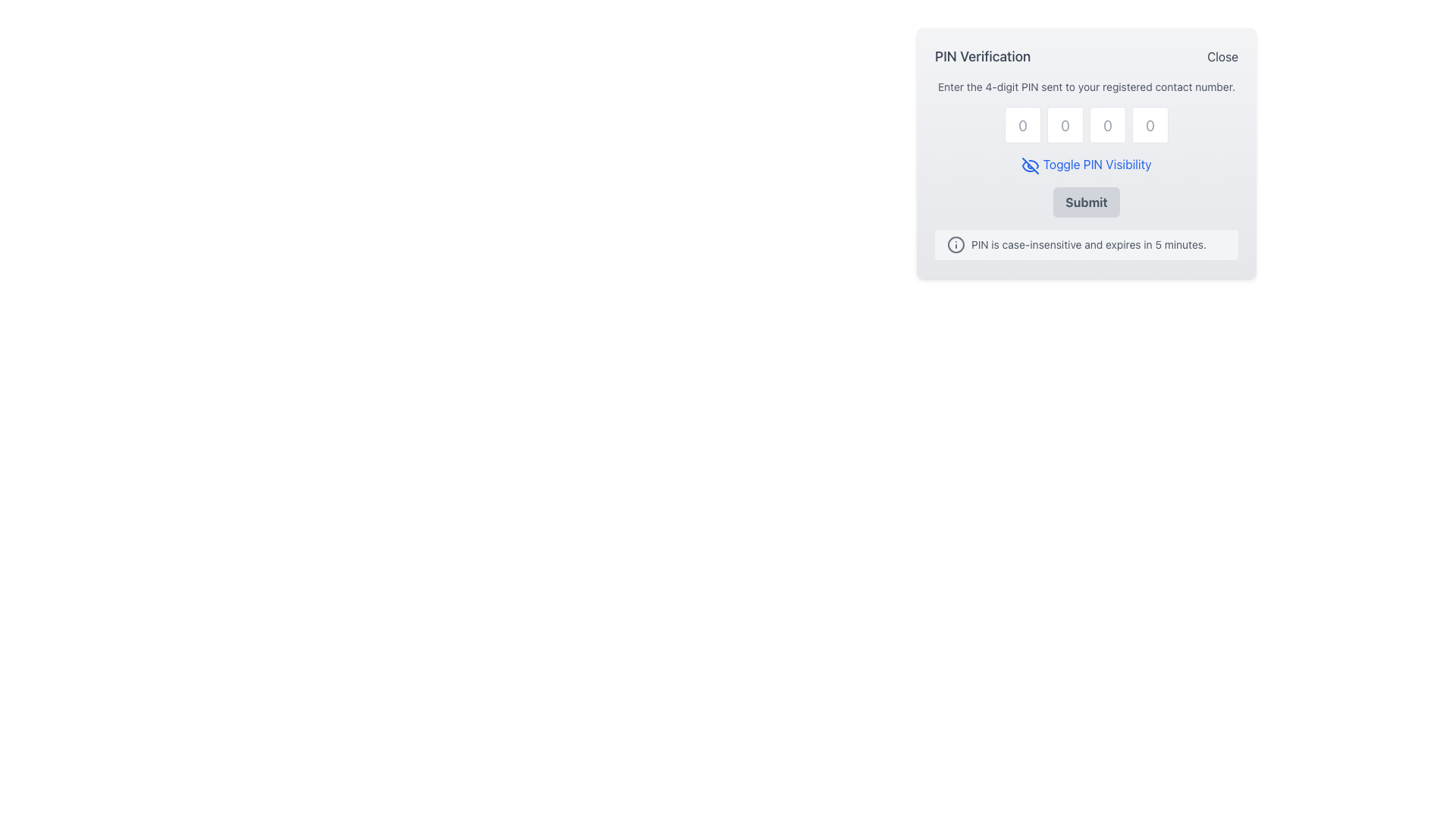  Describe the element at coordinates (1087, 243) in the screenshot. I see `the descriptive text element that informs the user about the properties and expiration policy of the PIN in the 'PIN Verification' modal` at that location.